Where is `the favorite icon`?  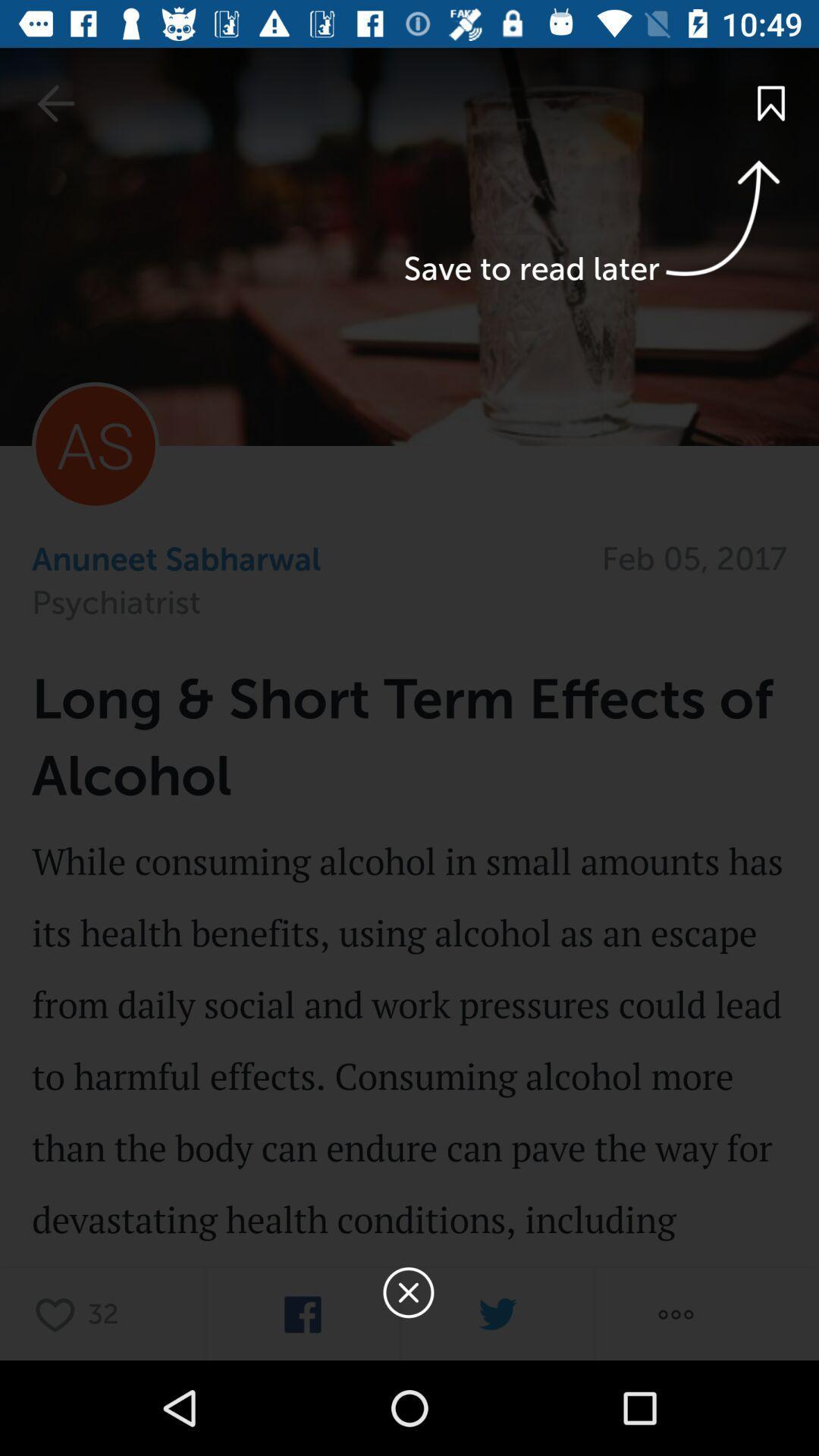
the favorite icon is located at coordinates (58, 1313).